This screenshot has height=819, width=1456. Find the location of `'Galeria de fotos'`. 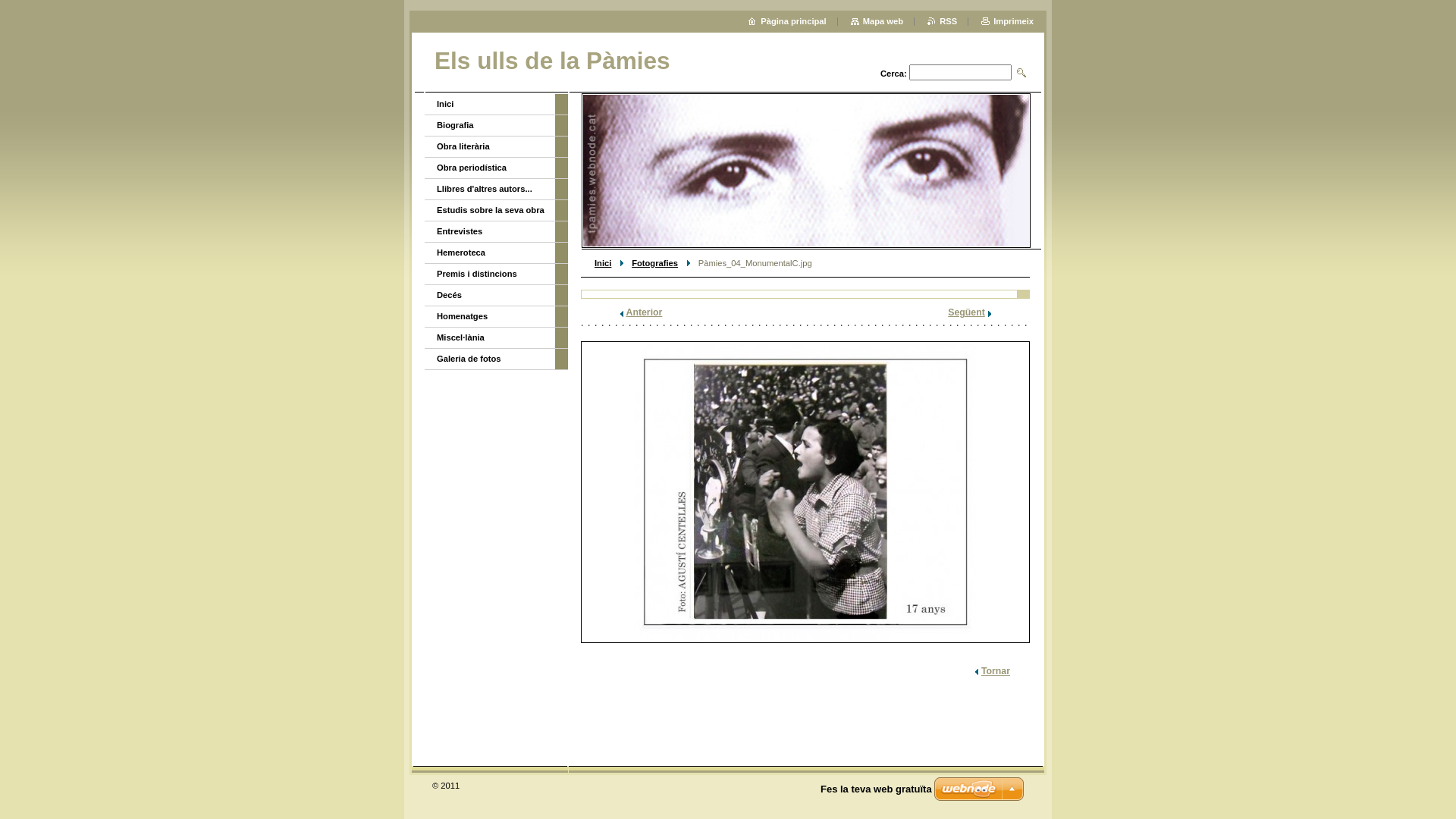

'Galeria de fotos' is located at coordinates (490, 359).